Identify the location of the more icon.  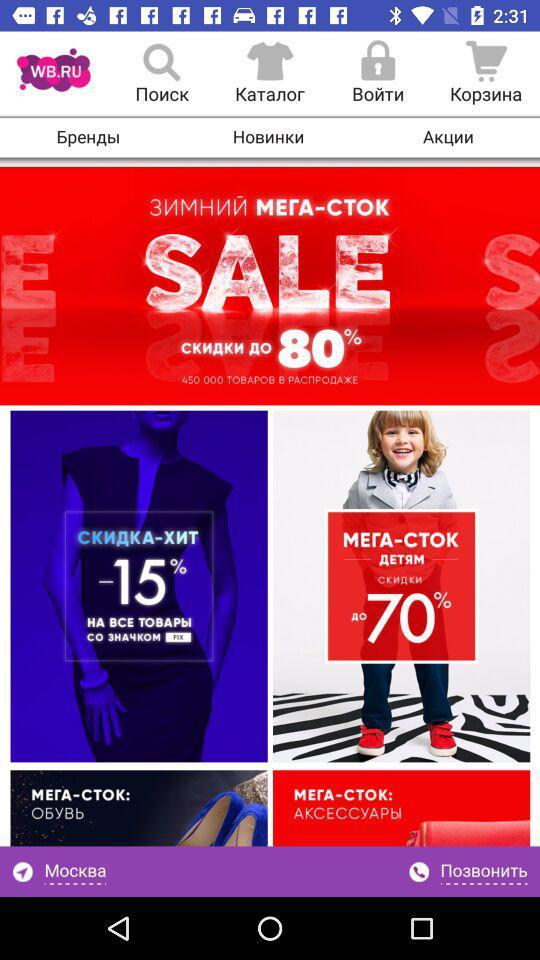
(89, 135).